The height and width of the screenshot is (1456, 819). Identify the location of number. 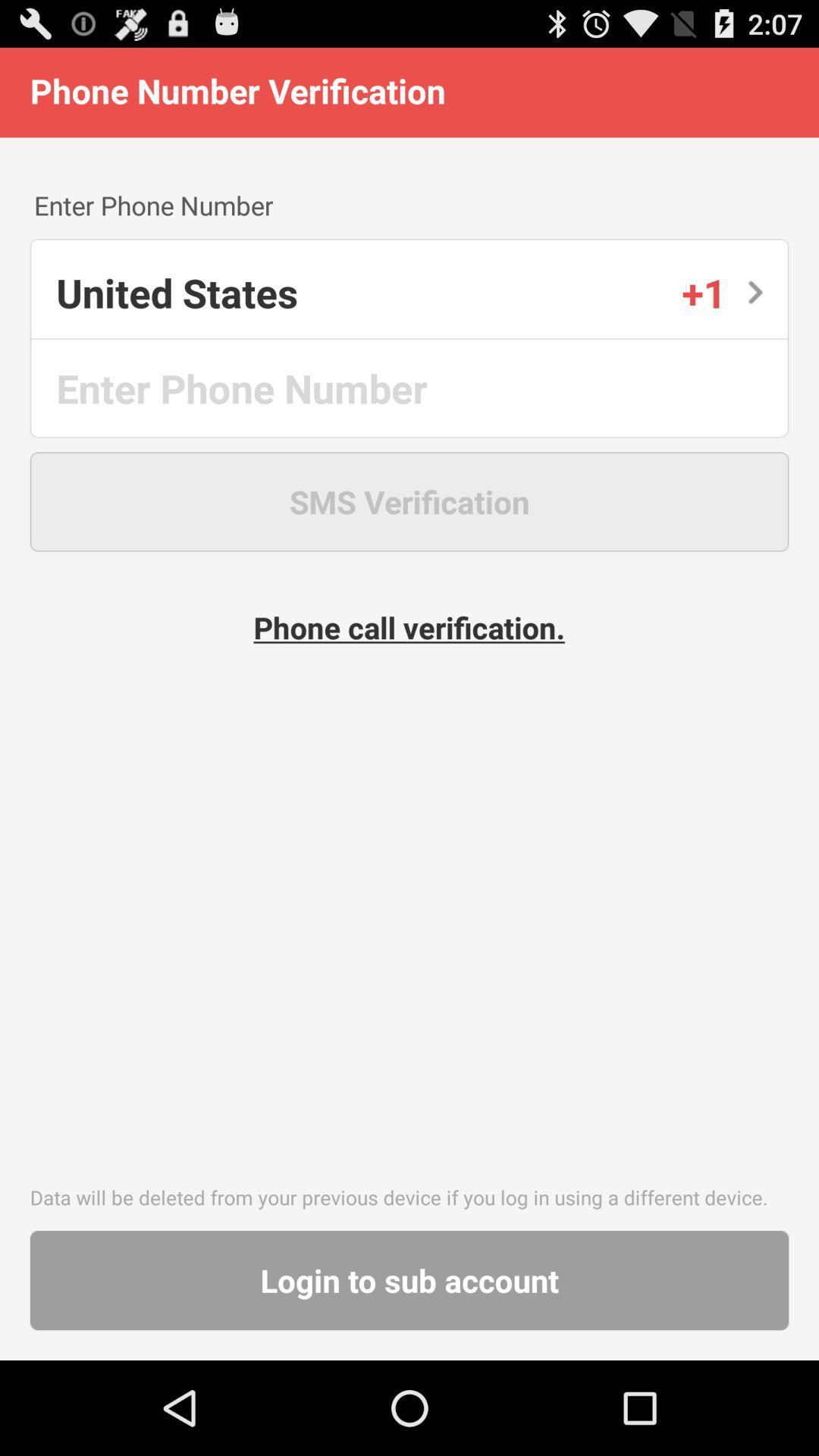
(411, 388).